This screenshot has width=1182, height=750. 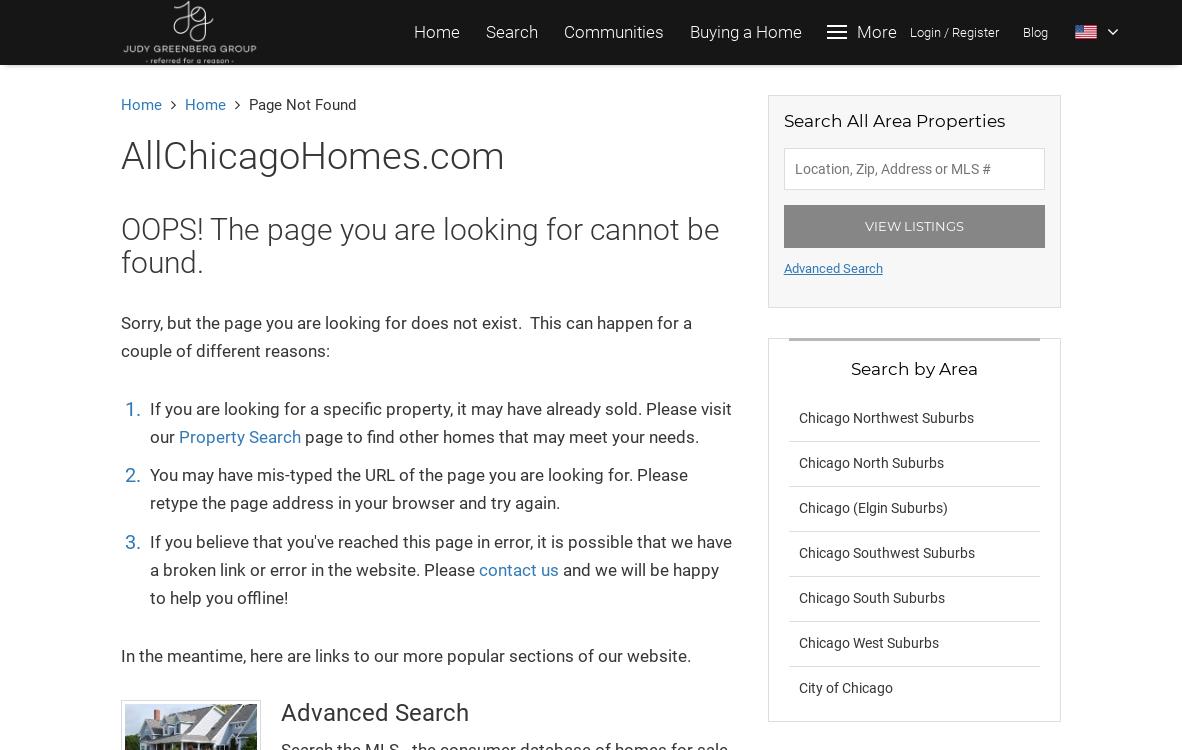 I want to click on 'Login', so click(x=863, y=32).